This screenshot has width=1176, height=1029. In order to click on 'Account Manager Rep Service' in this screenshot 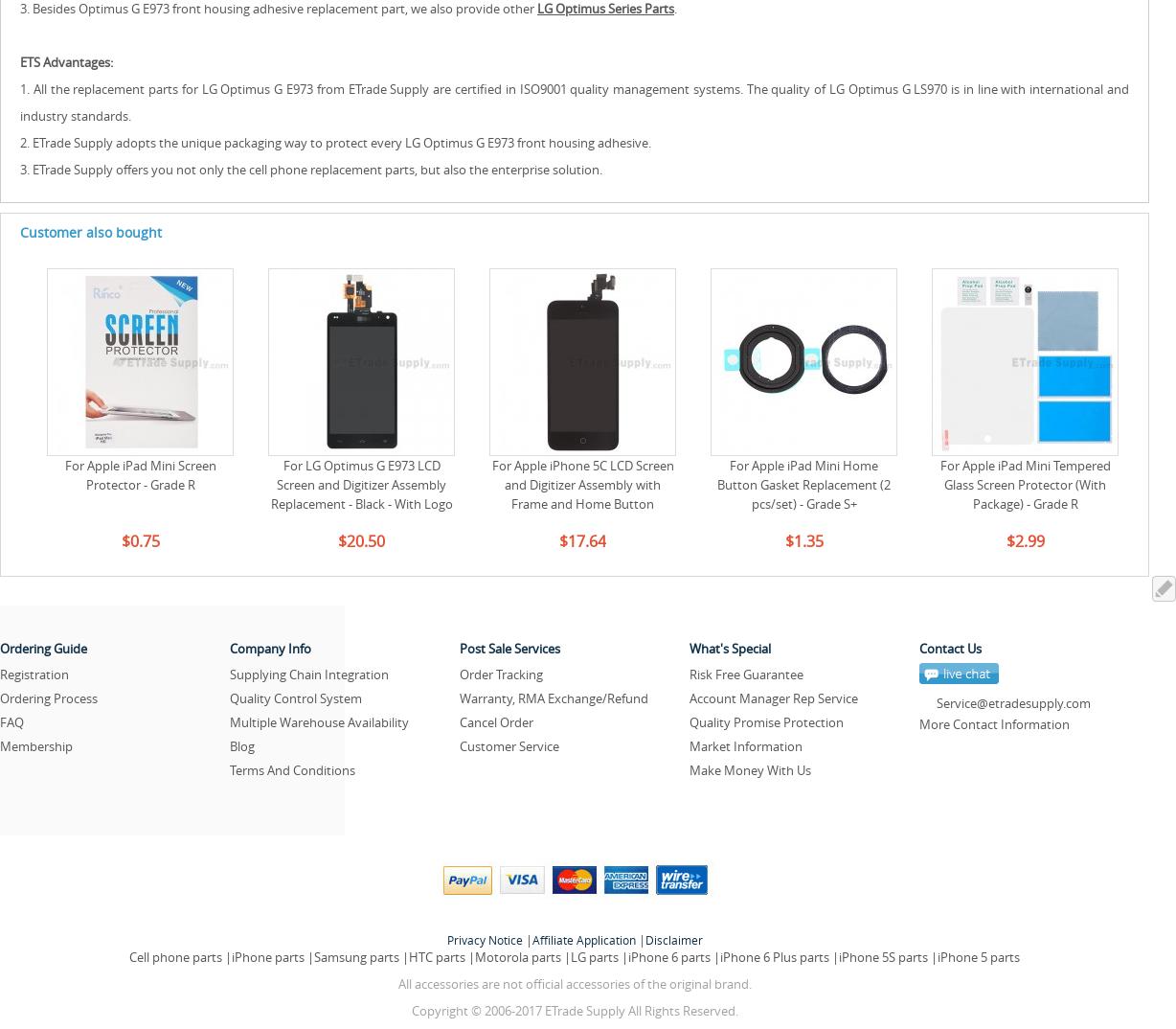, I will do `click(689, 698)`.